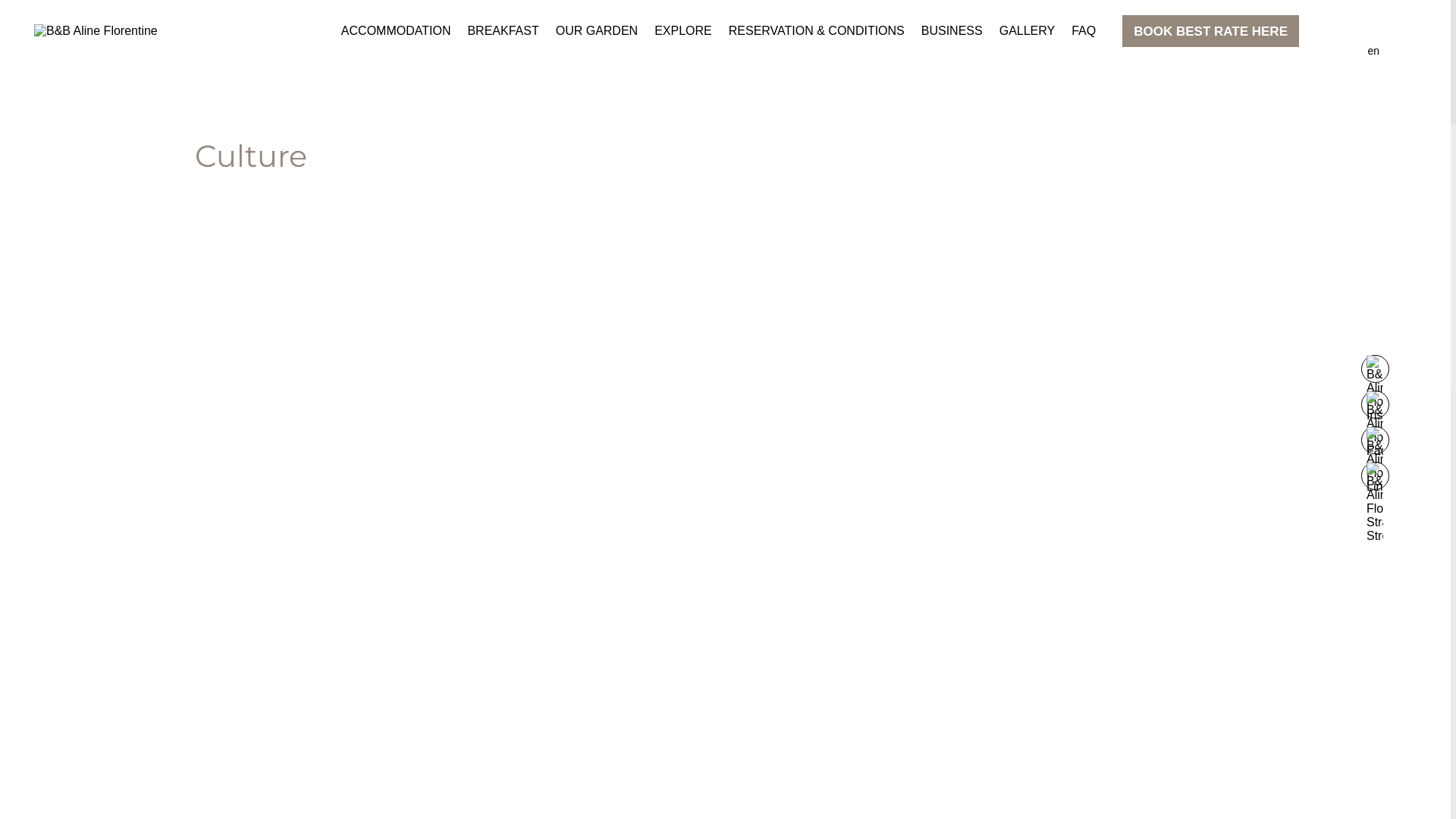 The height and width of the screenshot is (819, 1456). I want to click on 'BREAKFAST', so click(502, 31).